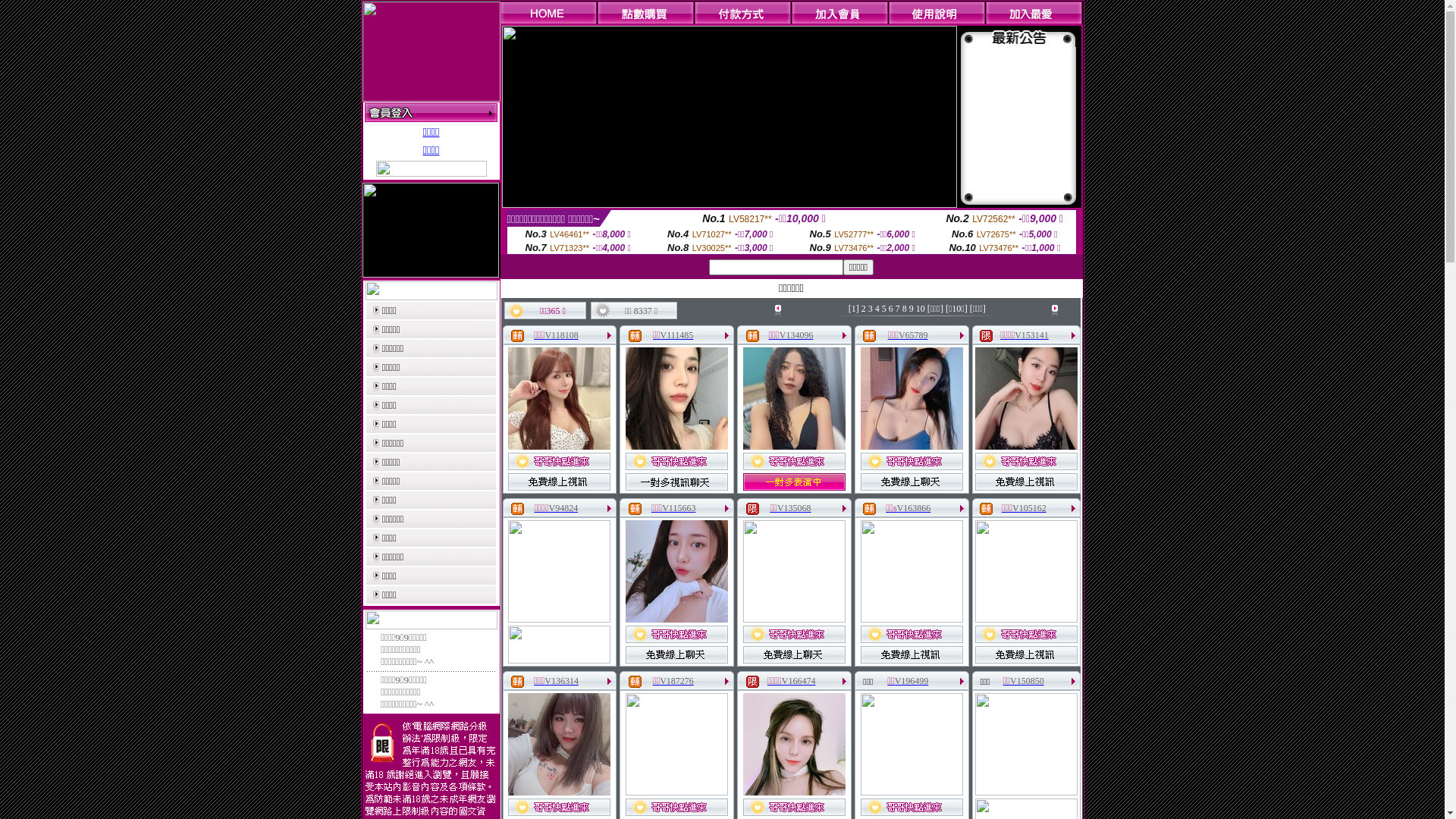  What do you see at coordinates (795, 334) in the screenshot?
I see `'V134096'` at bounding box center [795, 334].